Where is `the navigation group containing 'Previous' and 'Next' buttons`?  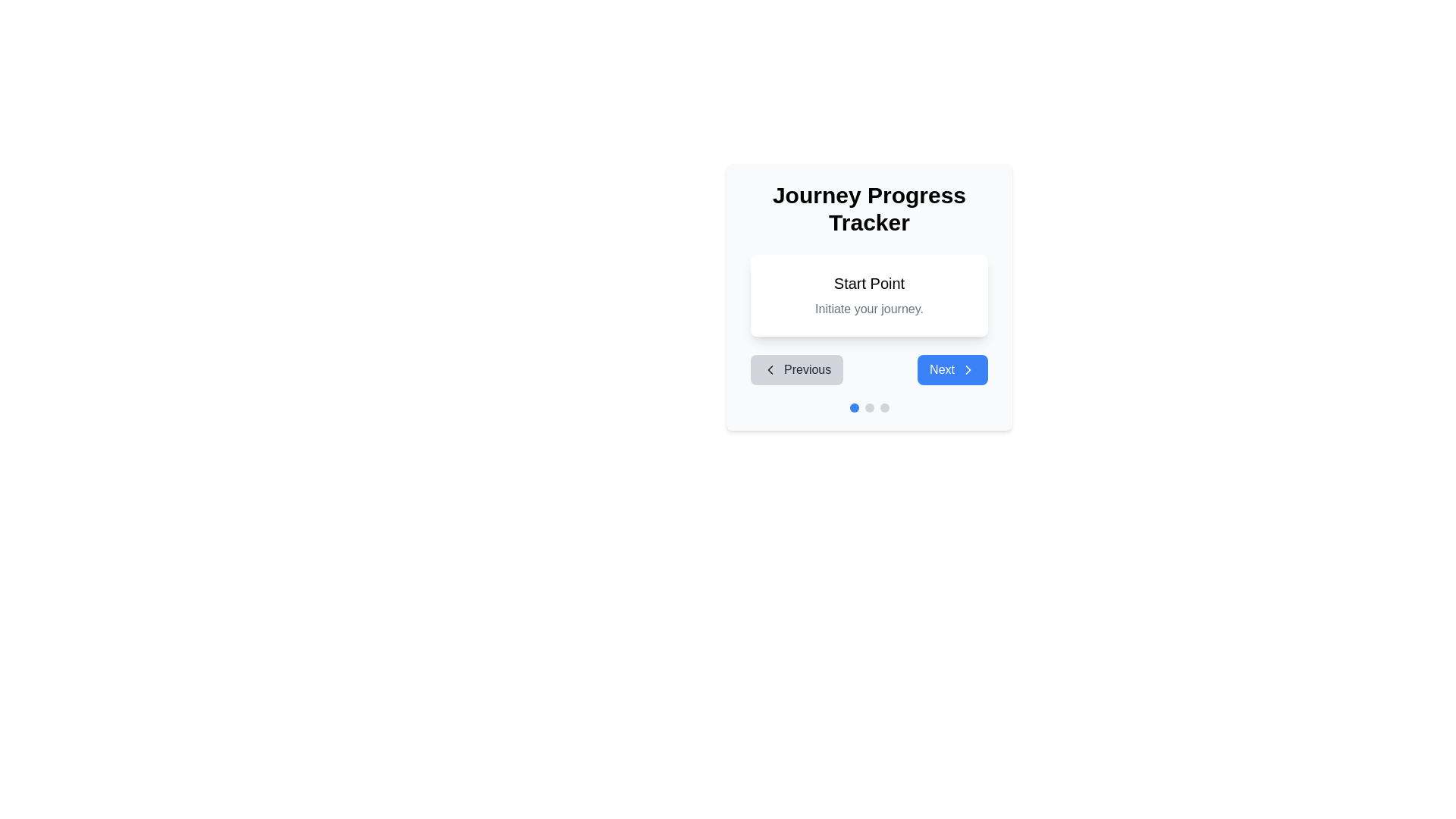 the navigation group containing 'Previous' and 'Next' buttons is located at coordinates (869, 370).